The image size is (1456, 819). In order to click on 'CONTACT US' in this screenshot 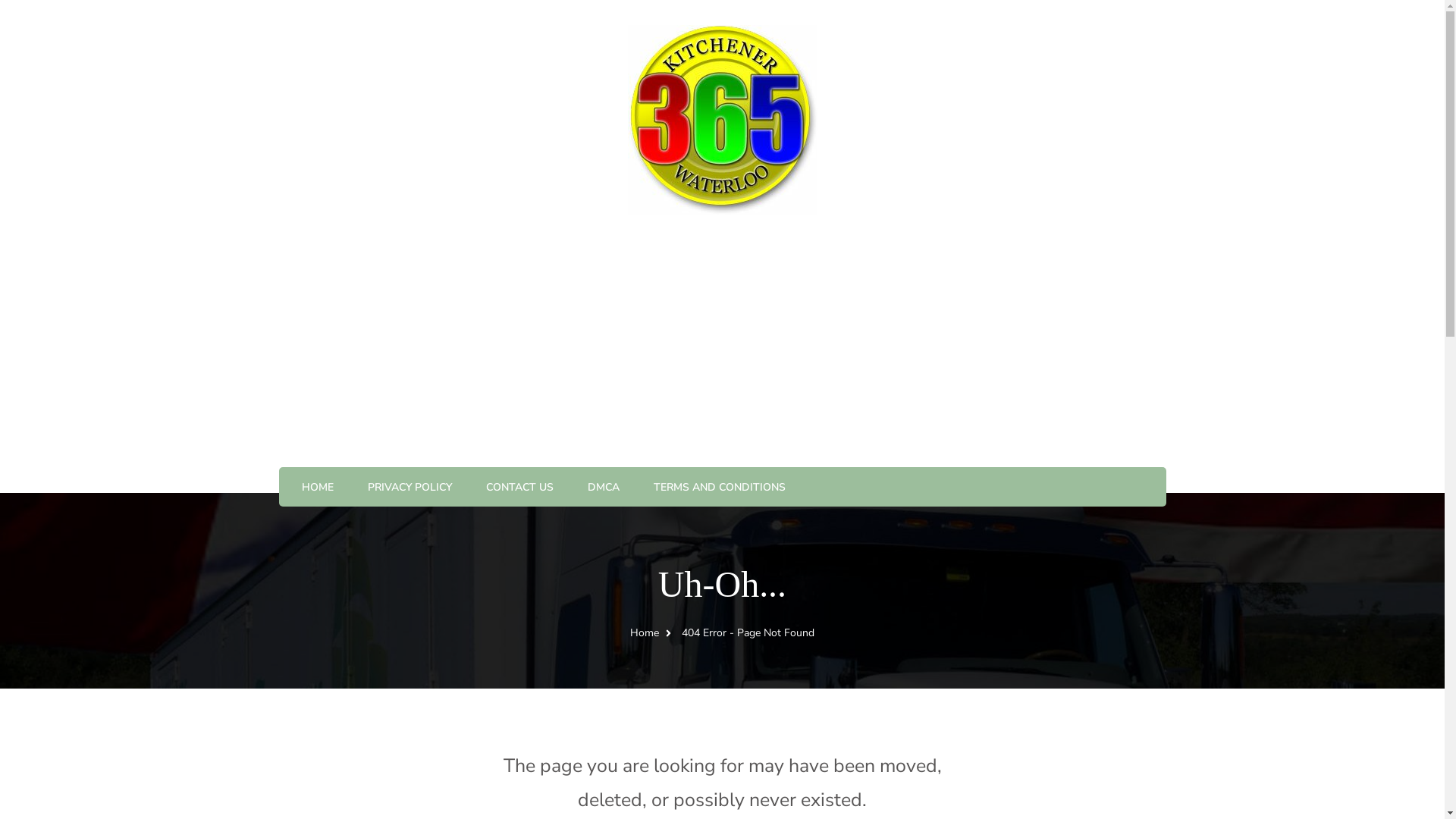, I will do `click(519, 488)`.